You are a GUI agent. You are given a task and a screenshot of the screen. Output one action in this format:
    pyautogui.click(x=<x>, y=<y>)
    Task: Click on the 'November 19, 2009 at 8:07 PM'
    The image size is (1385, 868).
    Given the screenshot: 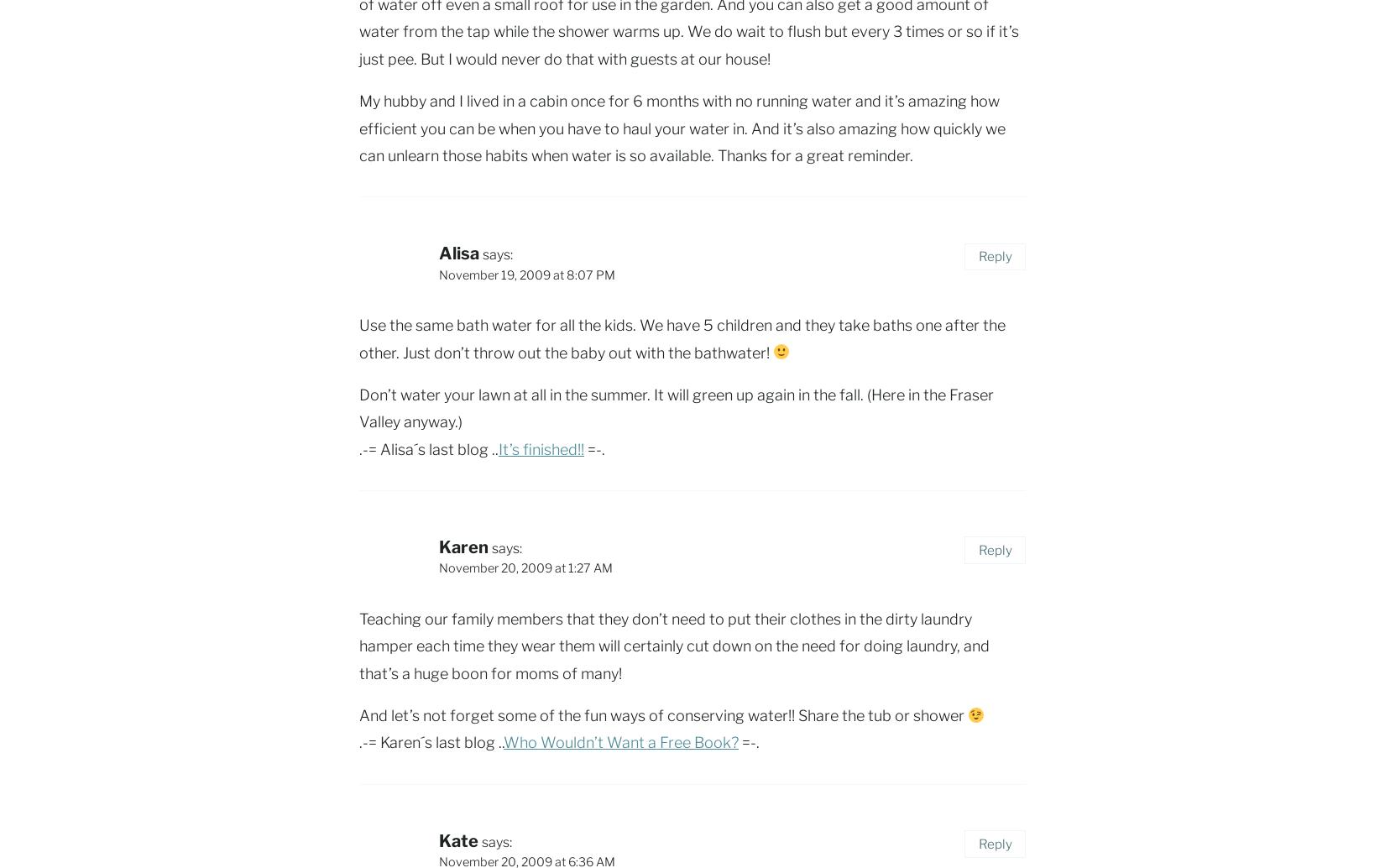 What is the action you would take?
    pyautogui.click(x=525, y=273)
    